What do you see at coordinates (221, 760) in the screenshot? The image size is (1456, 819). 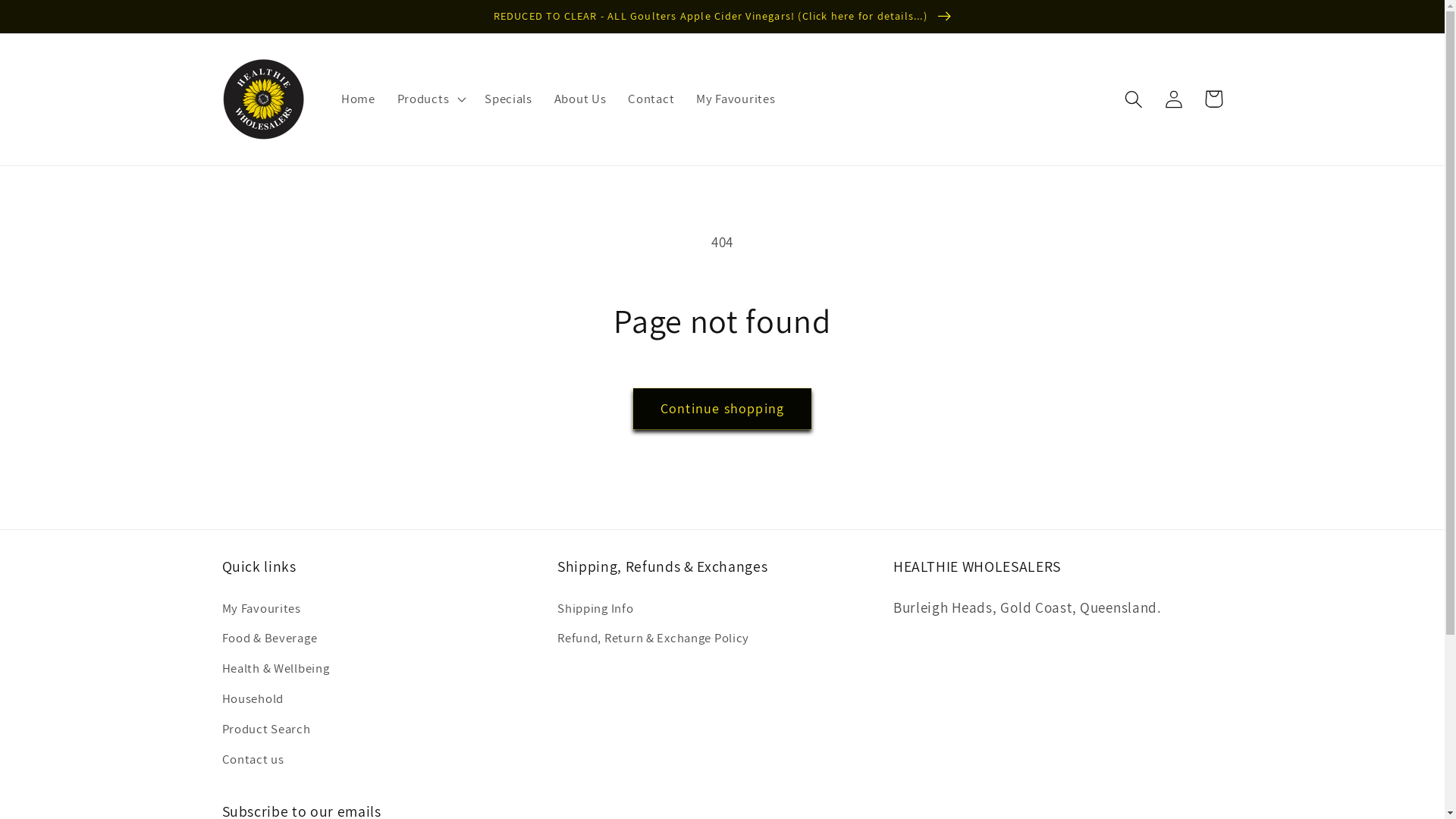 I see `'Contact us'` at bounding box center [221, 760].